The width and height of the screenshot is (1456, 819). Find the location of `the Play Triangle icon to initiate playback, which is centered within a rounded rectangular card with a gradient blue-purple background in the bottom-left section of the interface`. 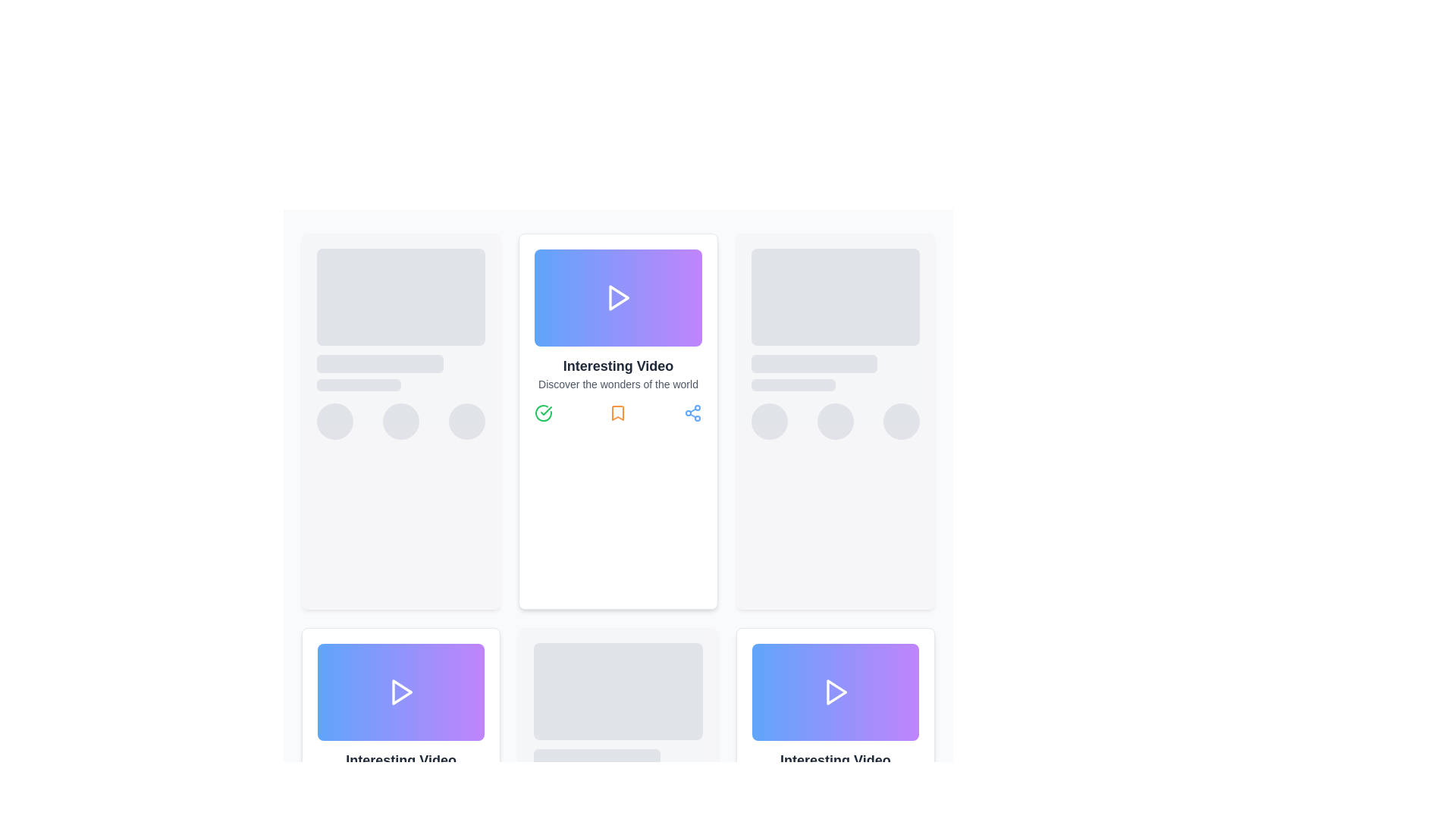

the Play Triangle icon to initiate playback, which is centered within a rounded rectangular card with a gradient blue-purple background in the bottom-left section of the interface is located at coordinates (401, 692).